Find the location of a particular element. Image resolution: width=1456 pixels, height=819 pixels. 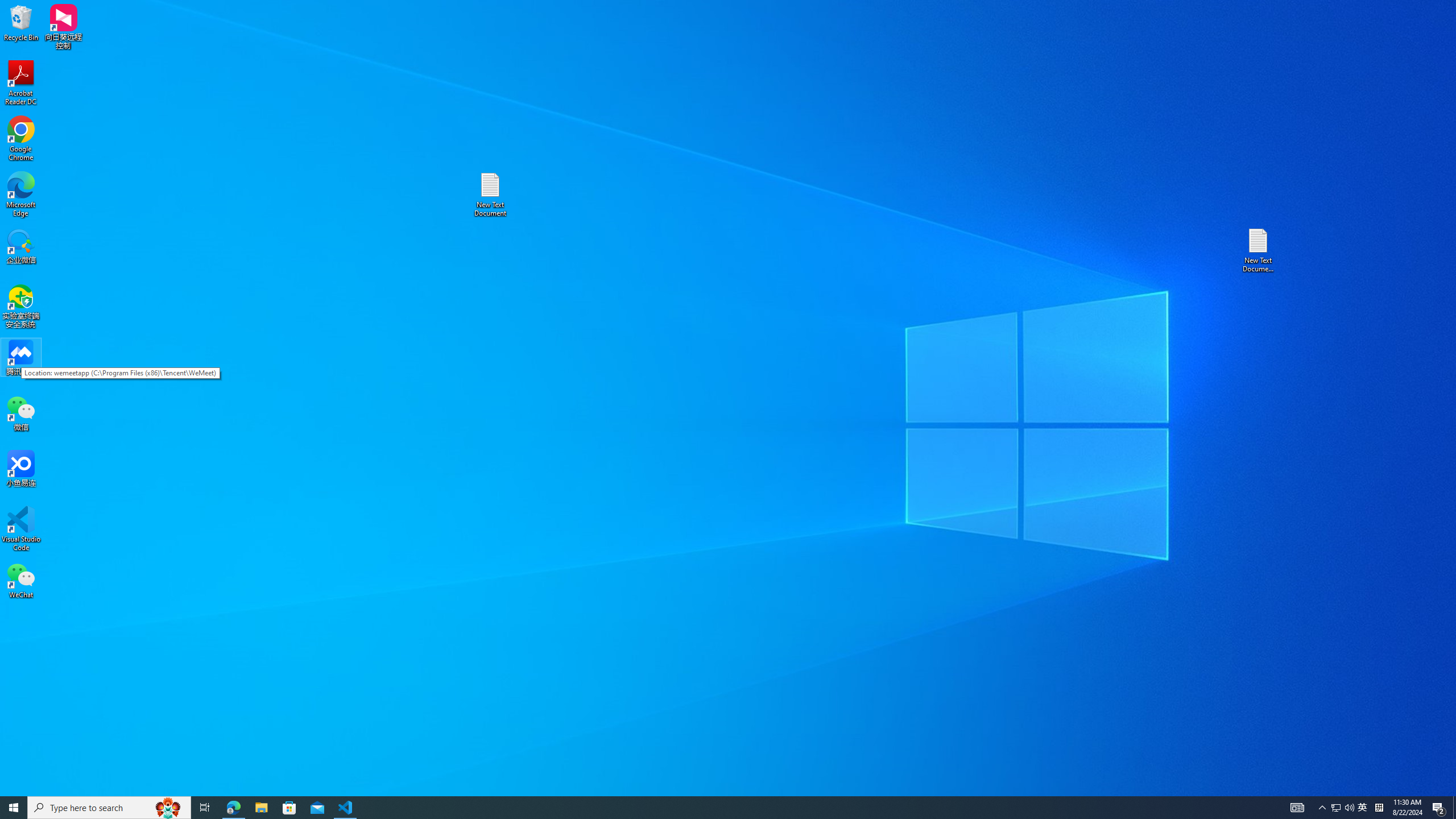

'Google Chrome' is located at coordinates (20, 139).